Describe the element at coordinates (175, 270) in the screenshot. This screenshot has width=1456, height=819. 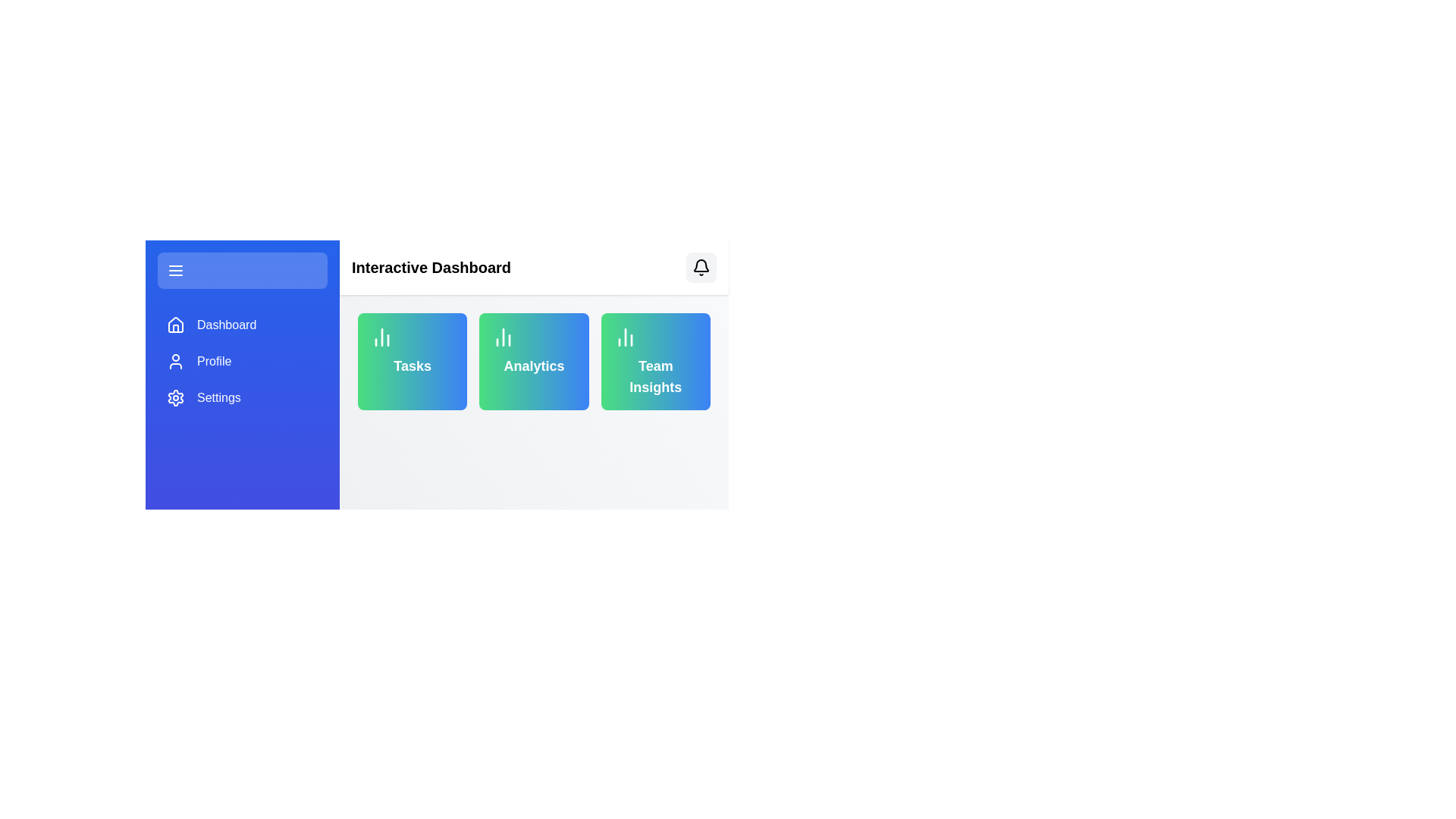
I see `the menu icon located at the top of the left sidebar, which serves as a toggle for the sidebar or navigation options` at that location.